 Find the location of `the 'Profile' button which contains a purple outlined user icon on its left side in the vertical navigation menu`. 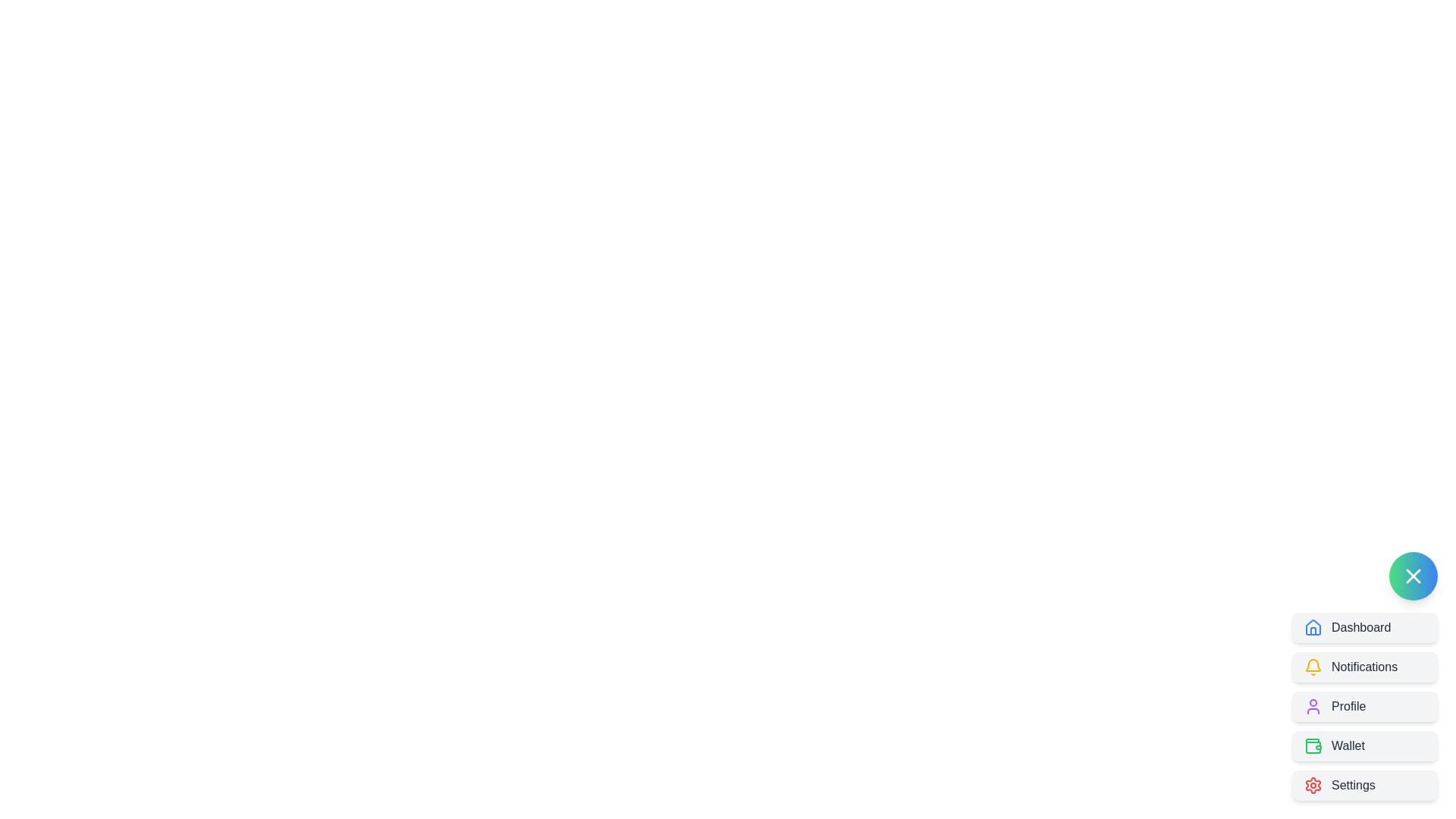

the 'Profile' button which contains a purple outlined user icon on its left side in the vertical navigation menu is located at coordinates (1313, 707).